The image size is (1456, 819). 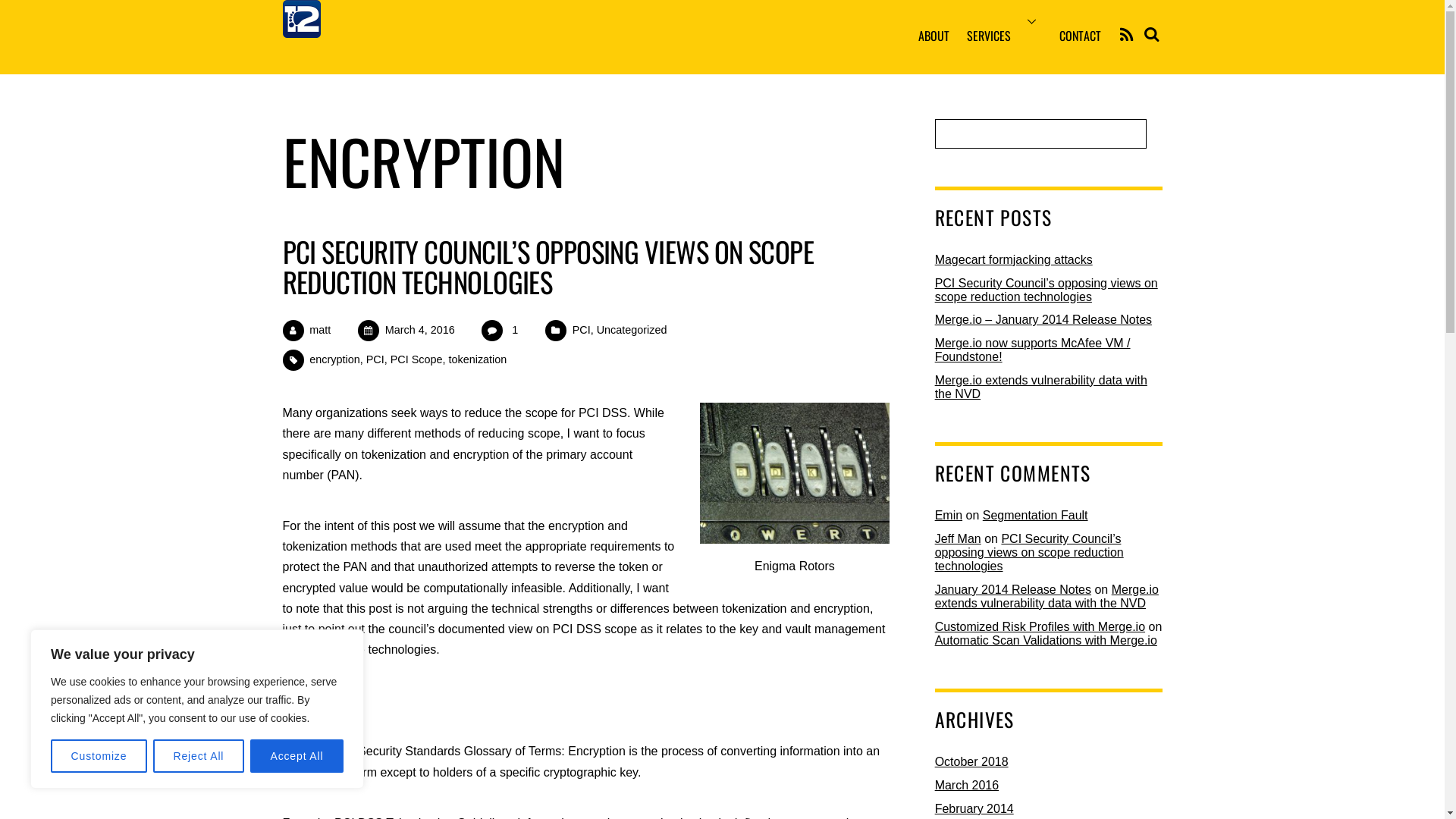 I want to click on 'matt', so click(x=319, y=329).